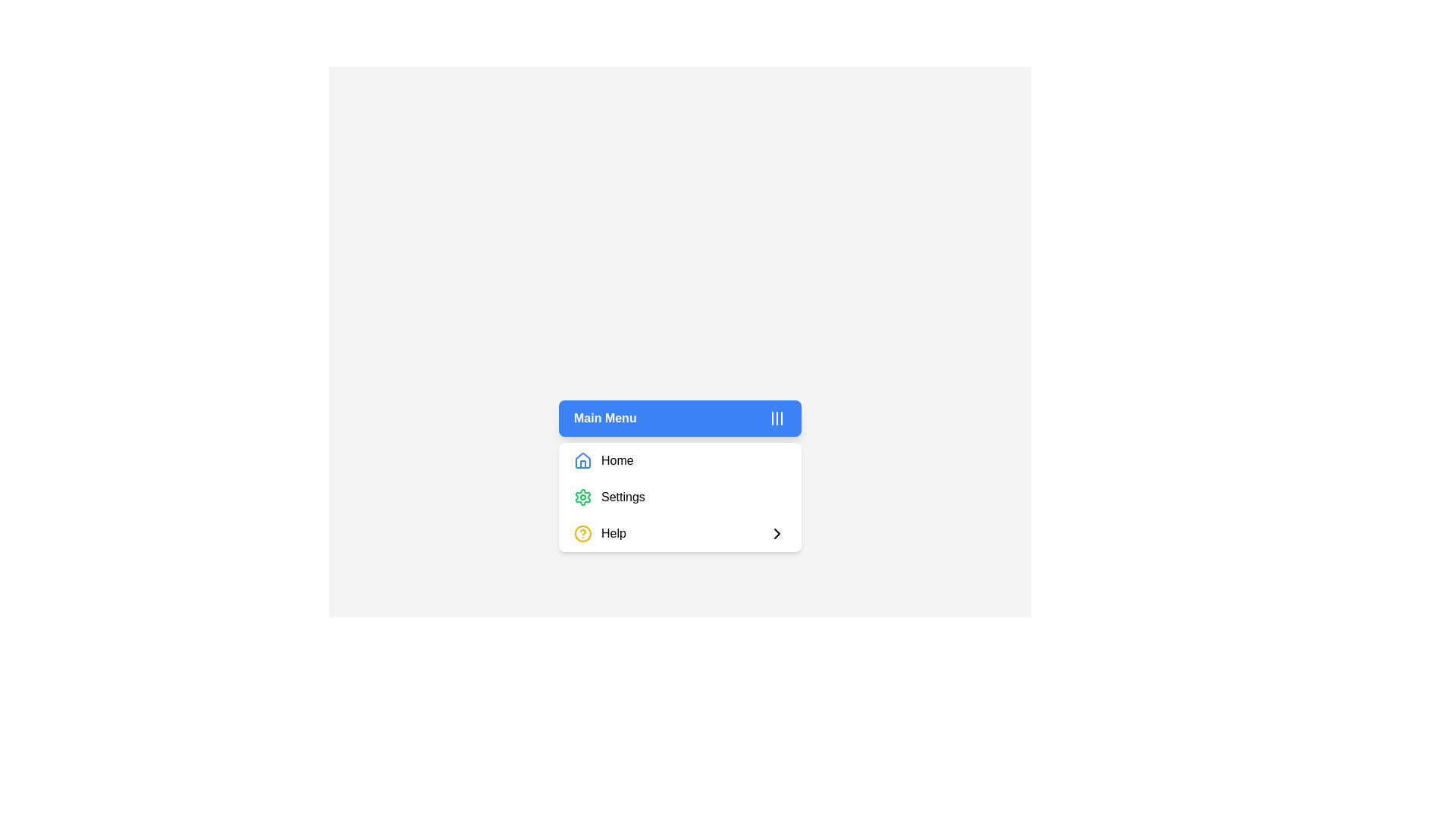 This screenshot has width=1456, height=819. I want to click on the label that describes the menu item linked to the Home page, which is located to the right of the house icon in the first menu item of the vertical menu list under the blue header 'Main Menu', so click(617, 460).